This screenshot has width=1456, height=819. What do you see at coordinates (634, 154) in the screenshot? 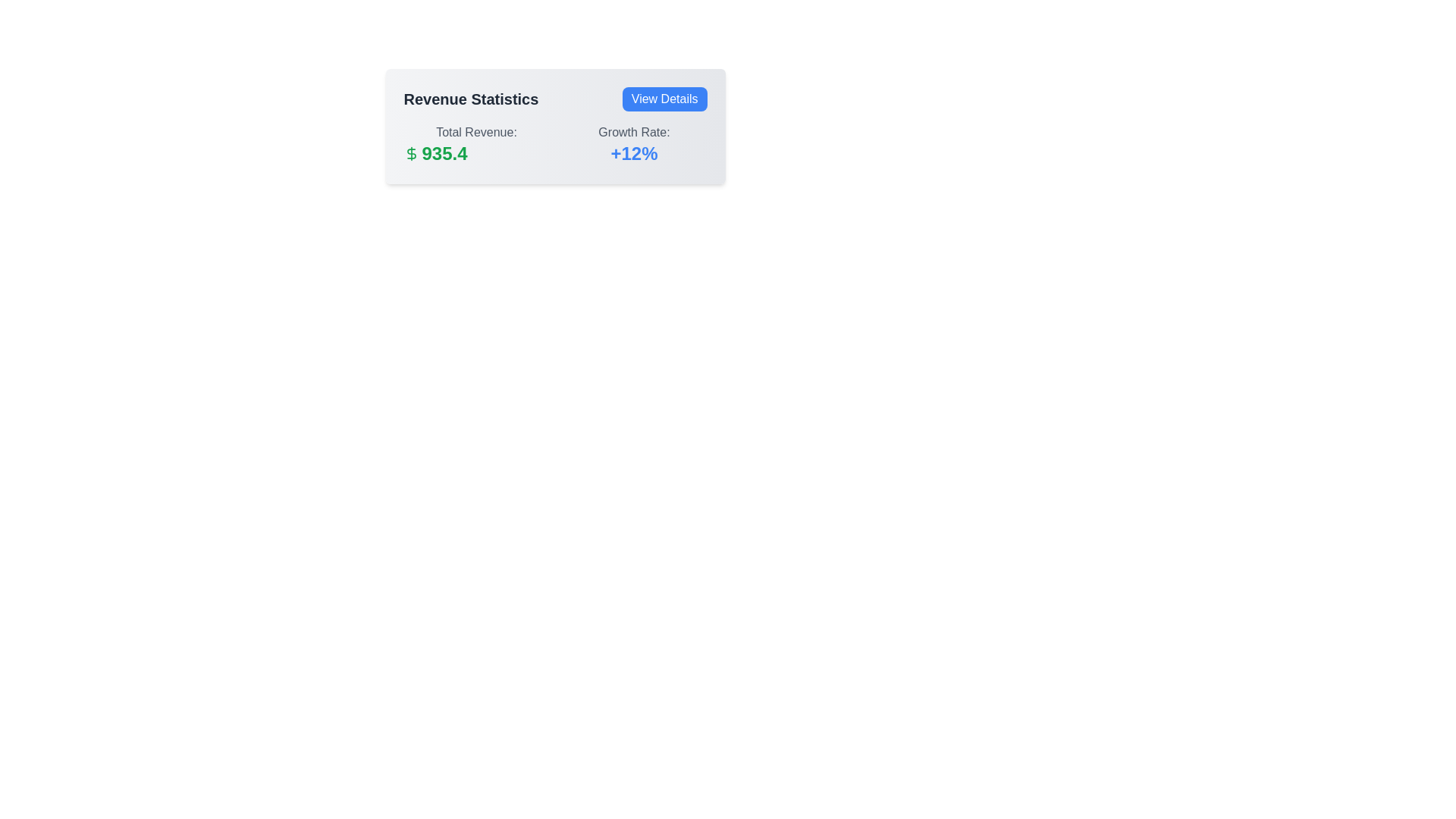
I see `the static text label that indicates a positive growth rate of 12 percent, positioned below and to the right of the 'Growth Rate:' label` at bounding box center [634, 154].